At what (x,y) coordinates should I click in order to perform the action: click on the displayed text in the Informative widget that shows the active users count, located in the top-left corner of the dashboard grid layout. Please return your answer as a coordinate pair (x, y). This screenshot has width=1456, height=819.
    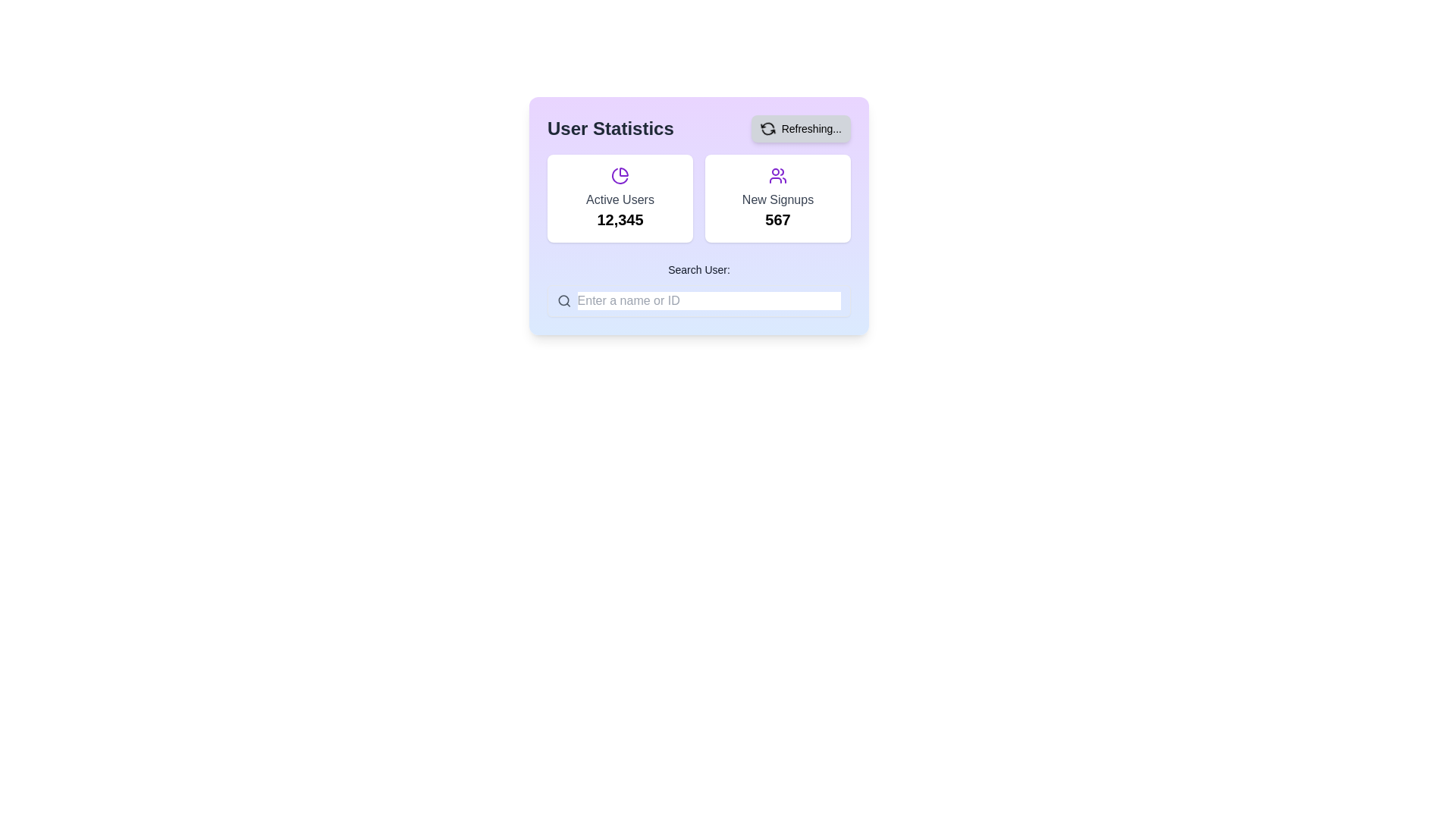
    Looking at the image, I should click on (620, 198).